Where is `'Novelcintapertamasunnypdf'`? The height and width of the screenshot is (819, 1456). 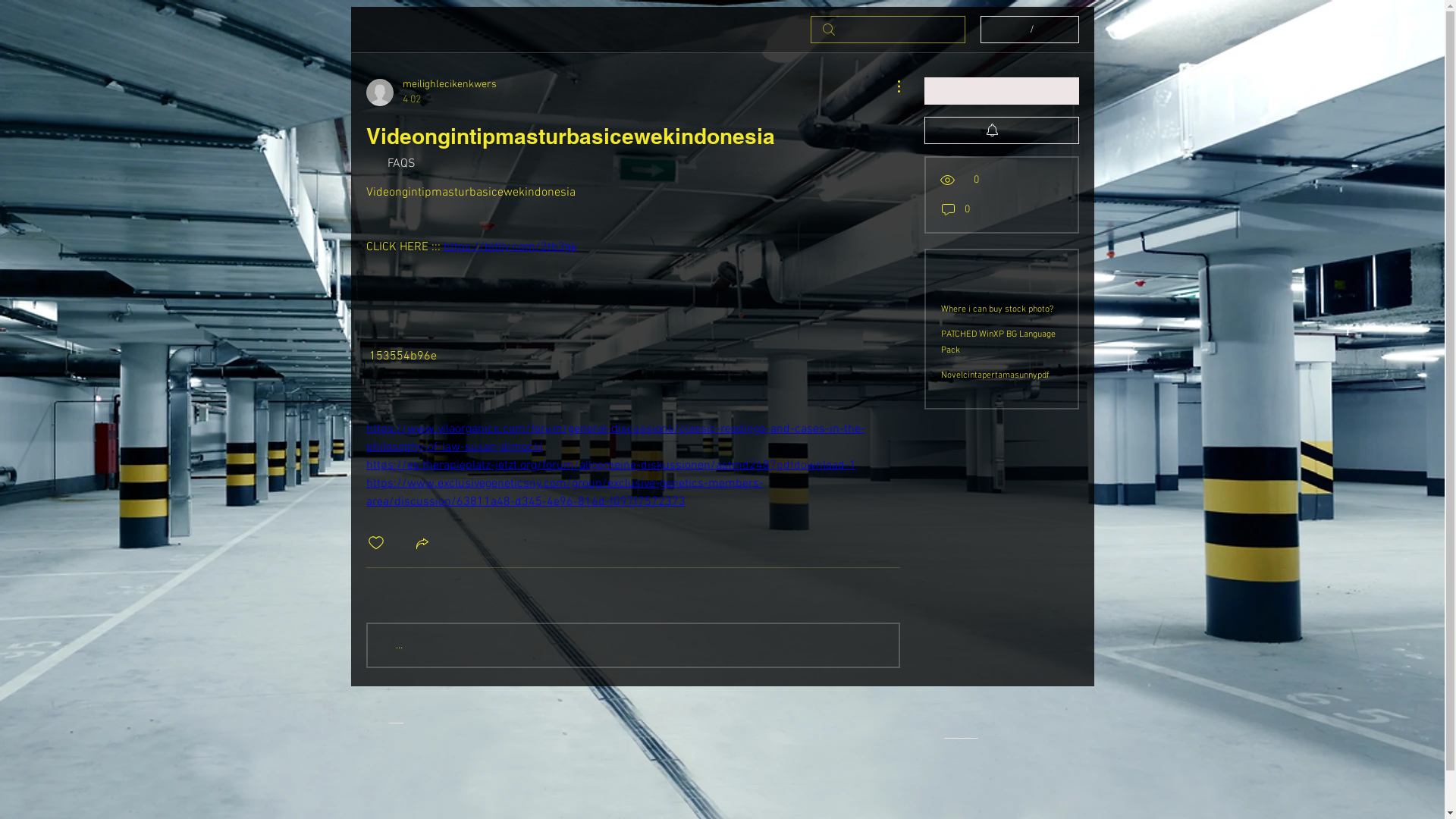
'Novelcintapertamasunnypdf' is located at coordinates (994, 375).